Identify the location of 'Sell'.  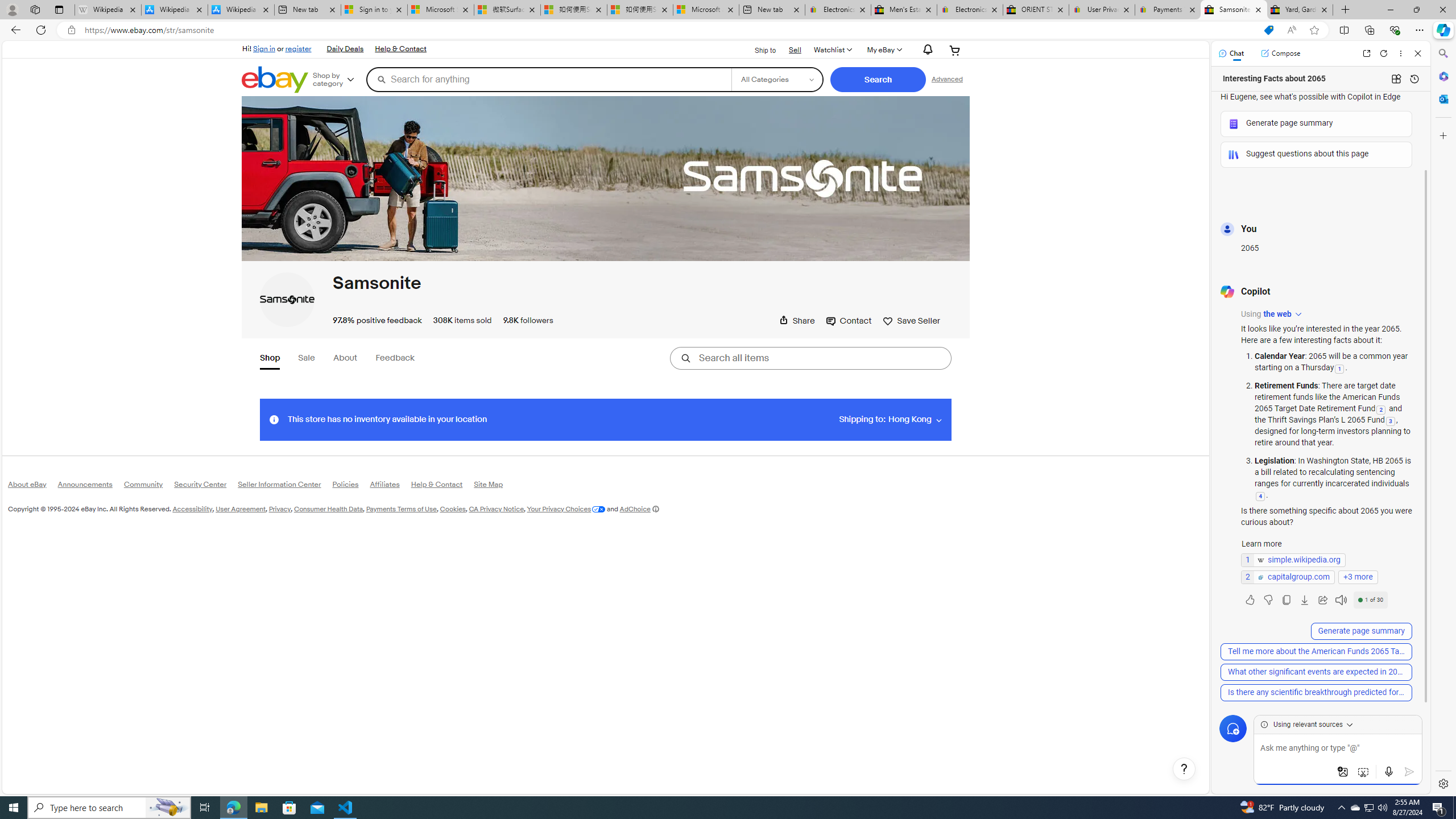
(795, 49).